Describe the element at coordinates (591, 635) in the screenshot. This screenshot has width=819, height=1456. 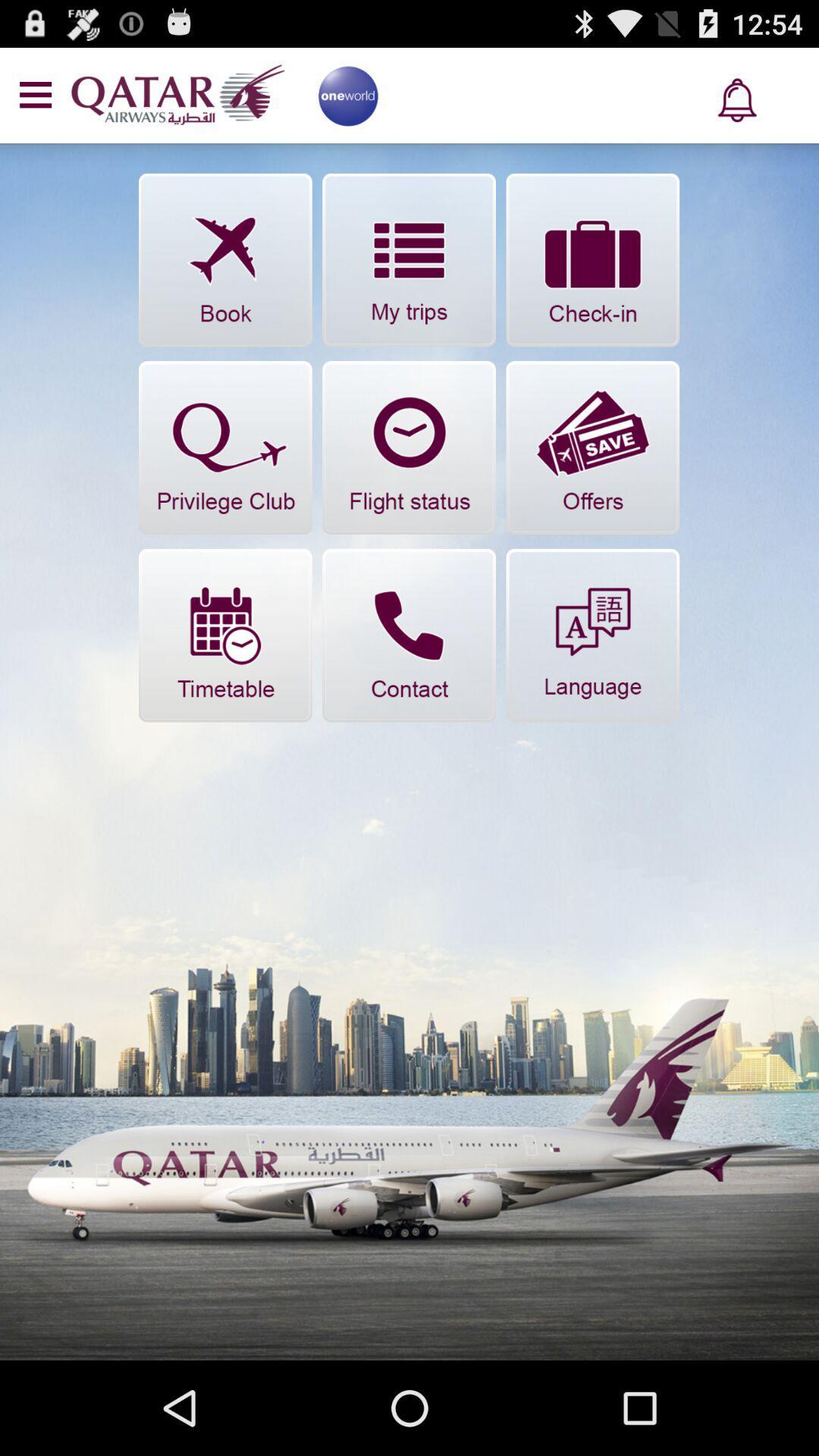
I see `change language` at that location.